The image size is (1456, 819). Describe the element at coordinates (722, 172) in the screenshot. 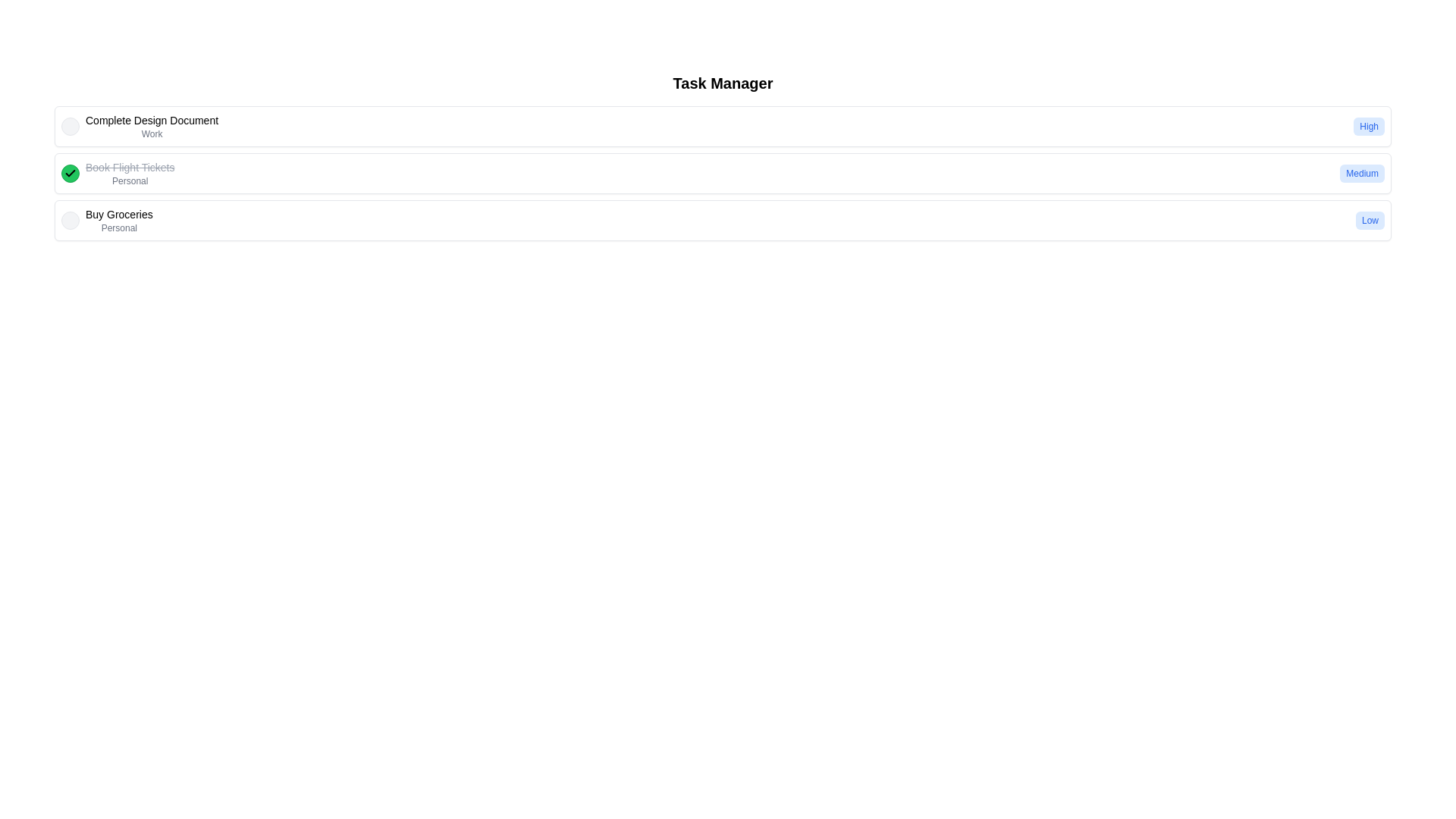

I see `the task item labeled 'Book Flight Tickets'` at that location.